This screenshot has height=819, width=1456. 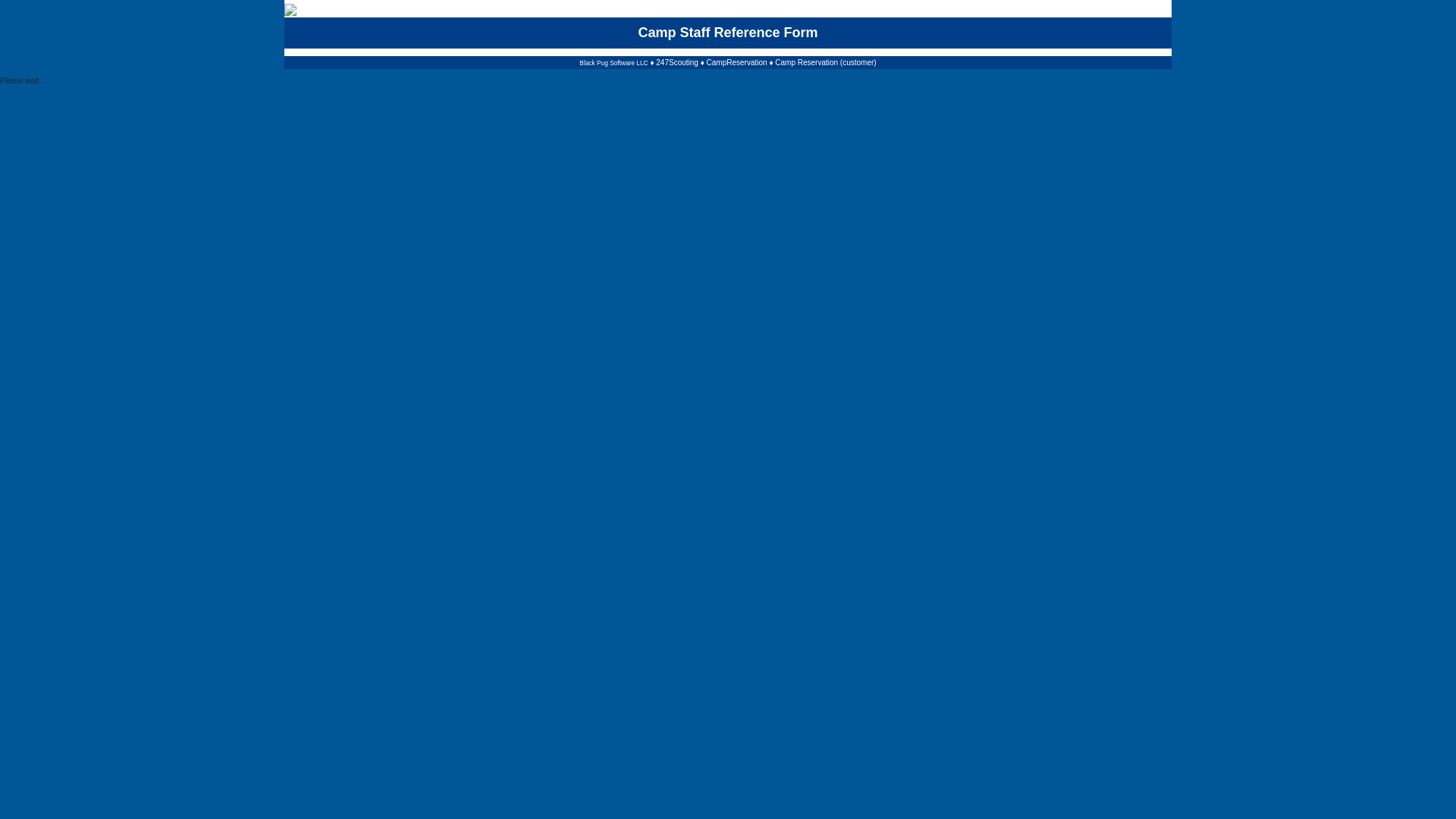 I want to click on 'Camp Reservation (customer)', so click(x=775, y=61).